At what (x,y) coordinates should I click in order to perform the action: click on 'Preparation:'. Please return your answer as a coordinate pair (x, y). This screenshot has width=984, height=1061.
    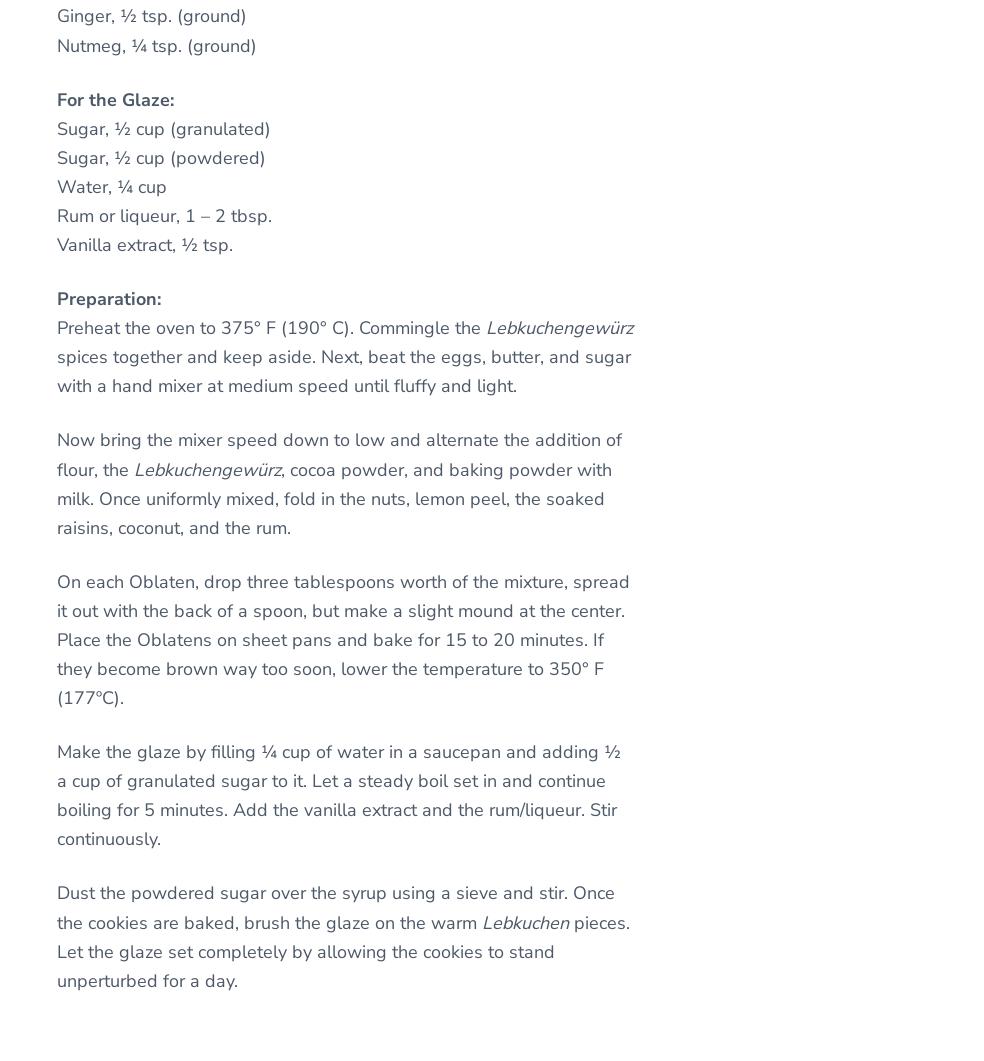
    Looking at the image, I should click on (108, 297).